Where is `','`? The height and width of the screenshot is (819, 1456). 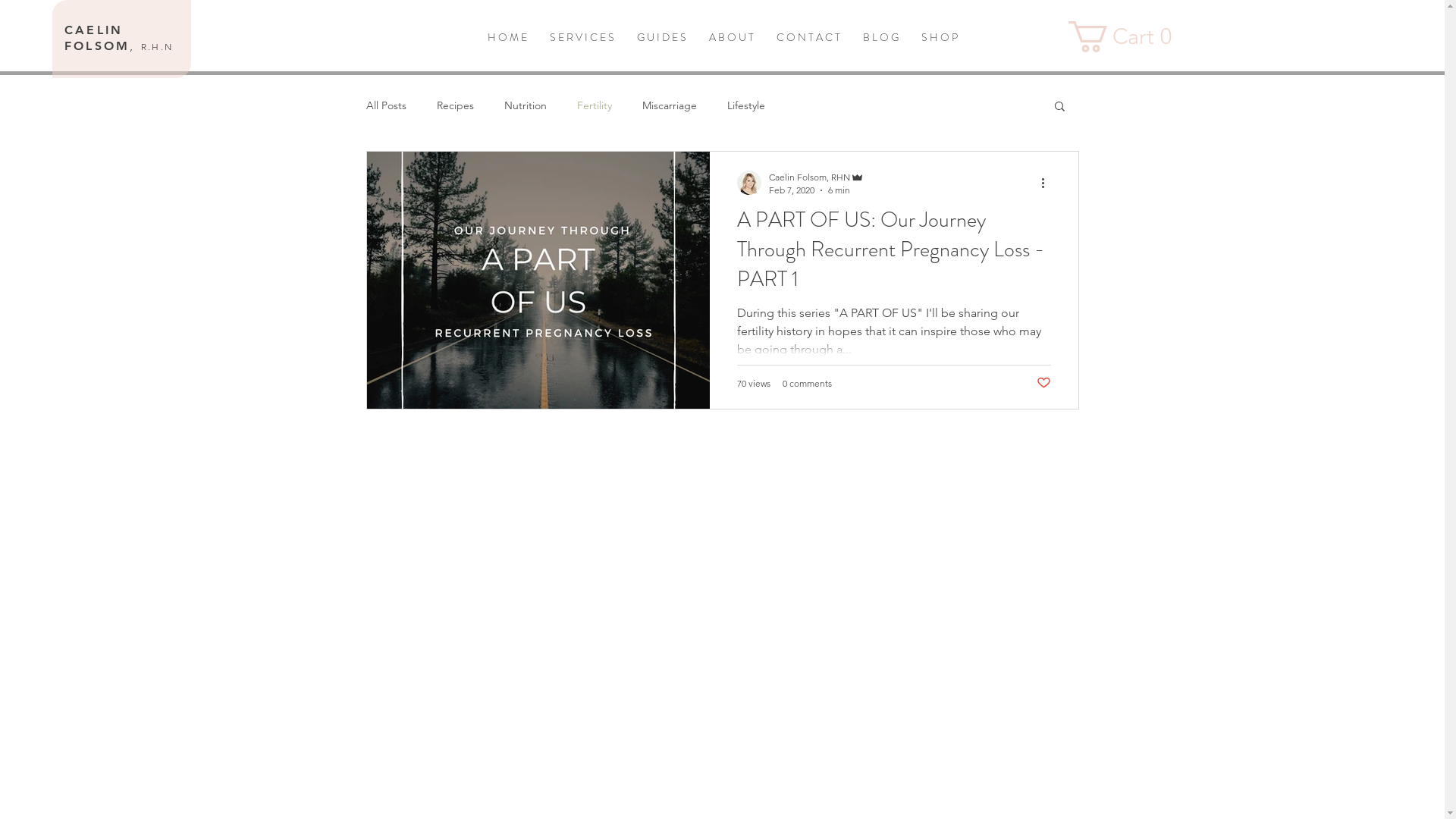 ',' is located at coordinates (134, 45).